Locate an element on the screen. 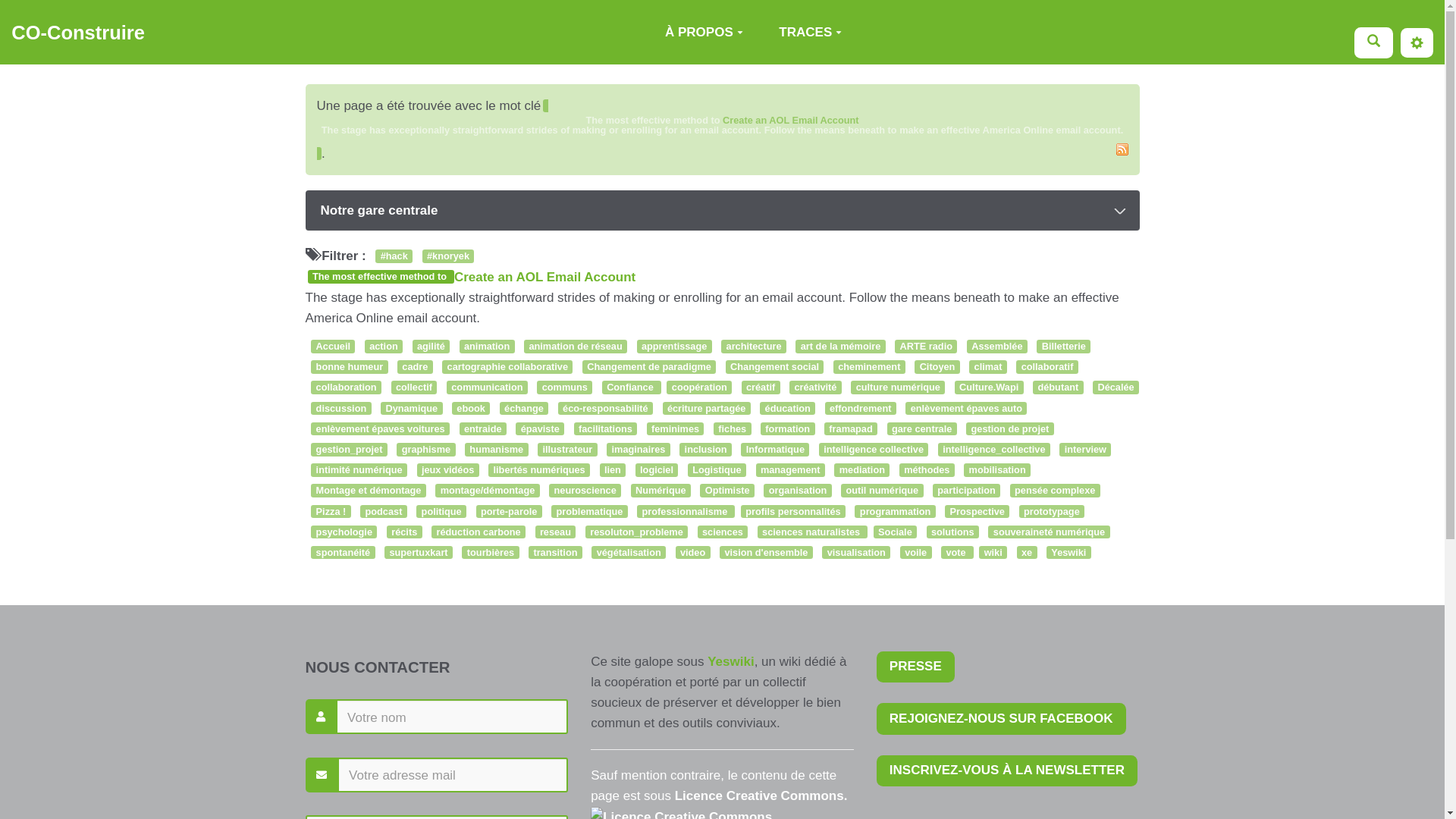 This screenshot has height=819, width=1456. 'transition' is located at coordinates (528, 553).